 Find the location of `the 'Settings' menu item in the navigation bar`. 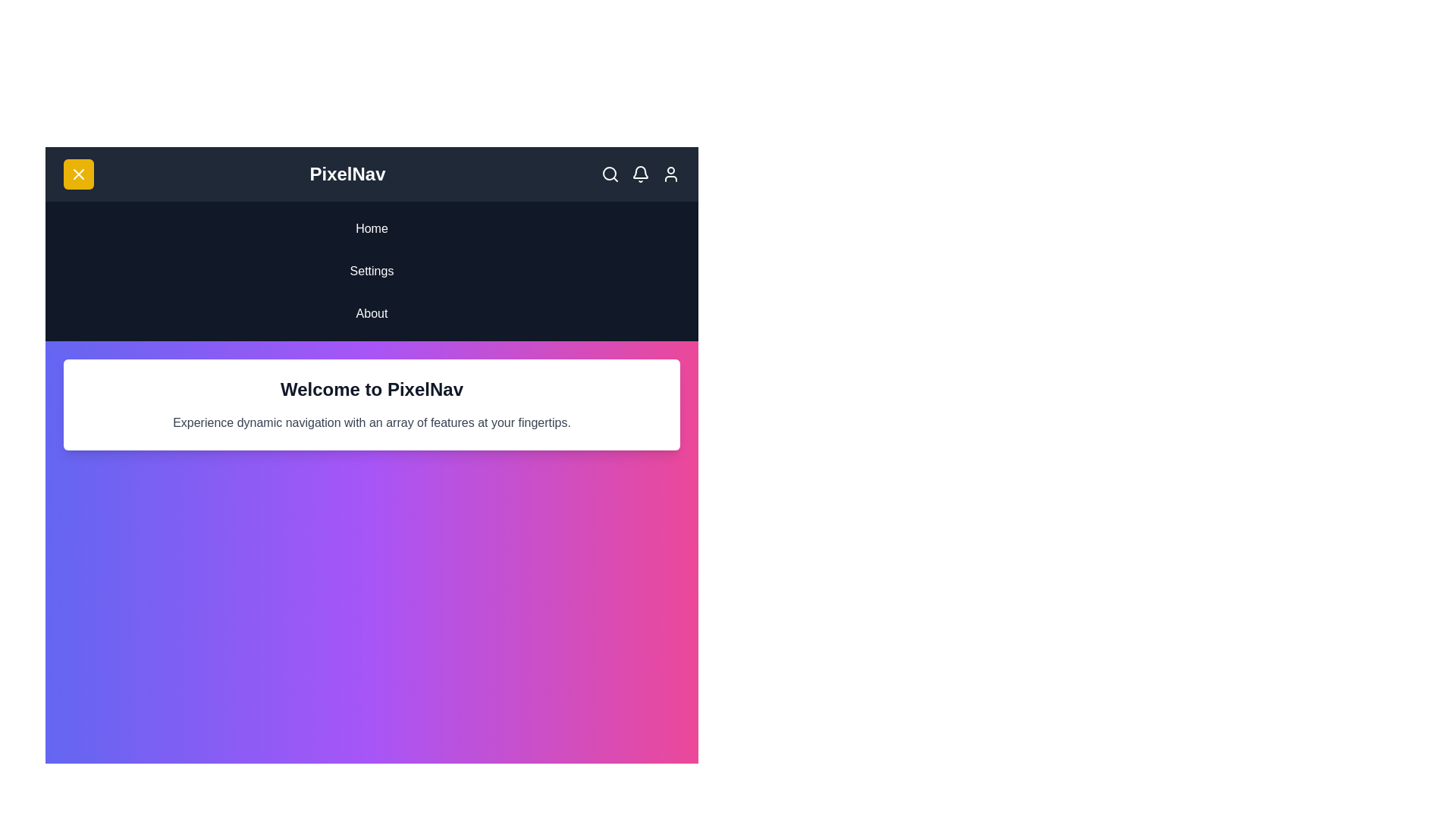

the 'Settings' menu item in the navigation bar is located at coordinates (372, 271).